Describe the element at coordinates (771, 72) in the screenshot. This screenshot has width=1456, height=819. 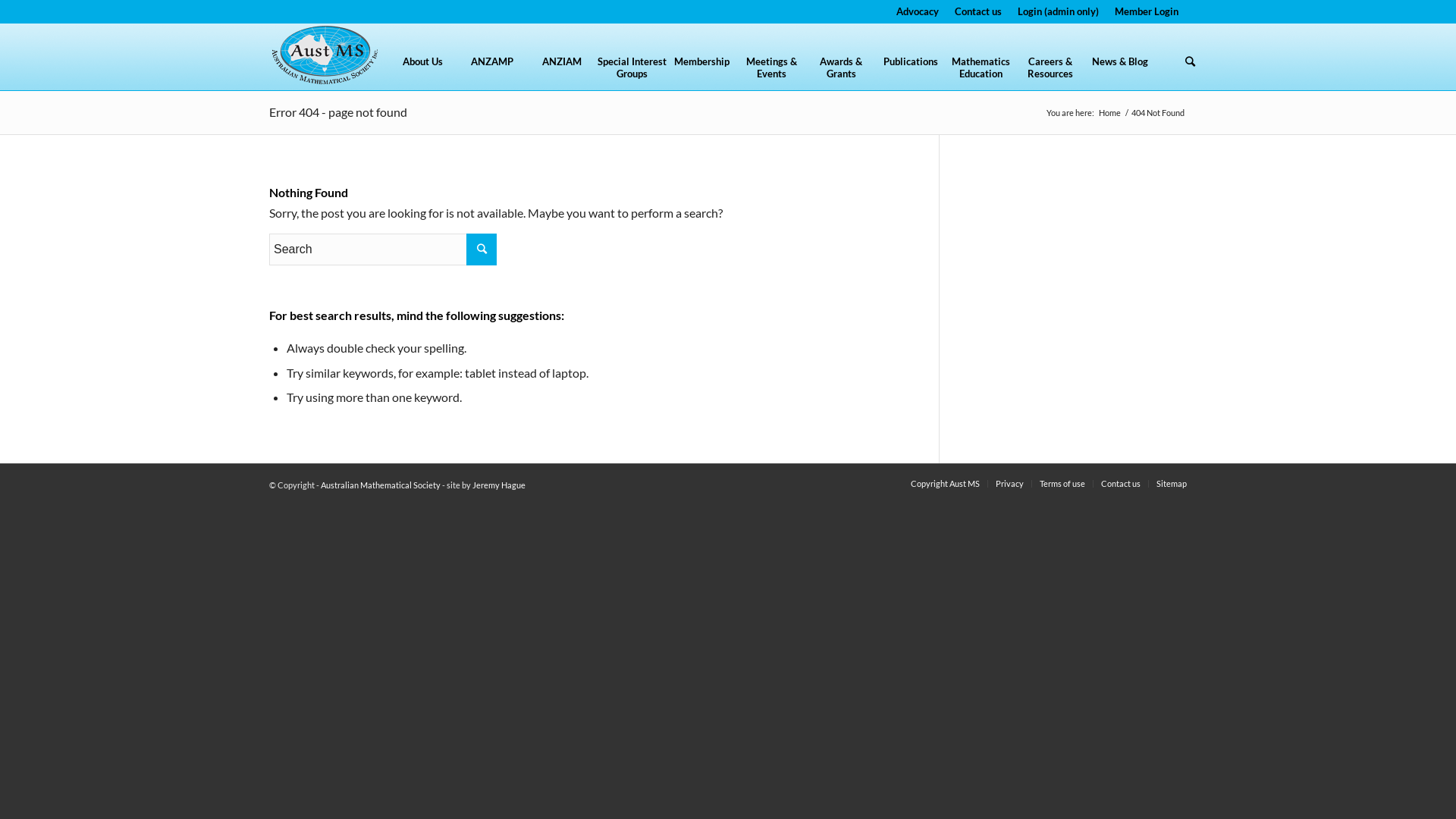
I see `'Meetings & Events'` at that location.